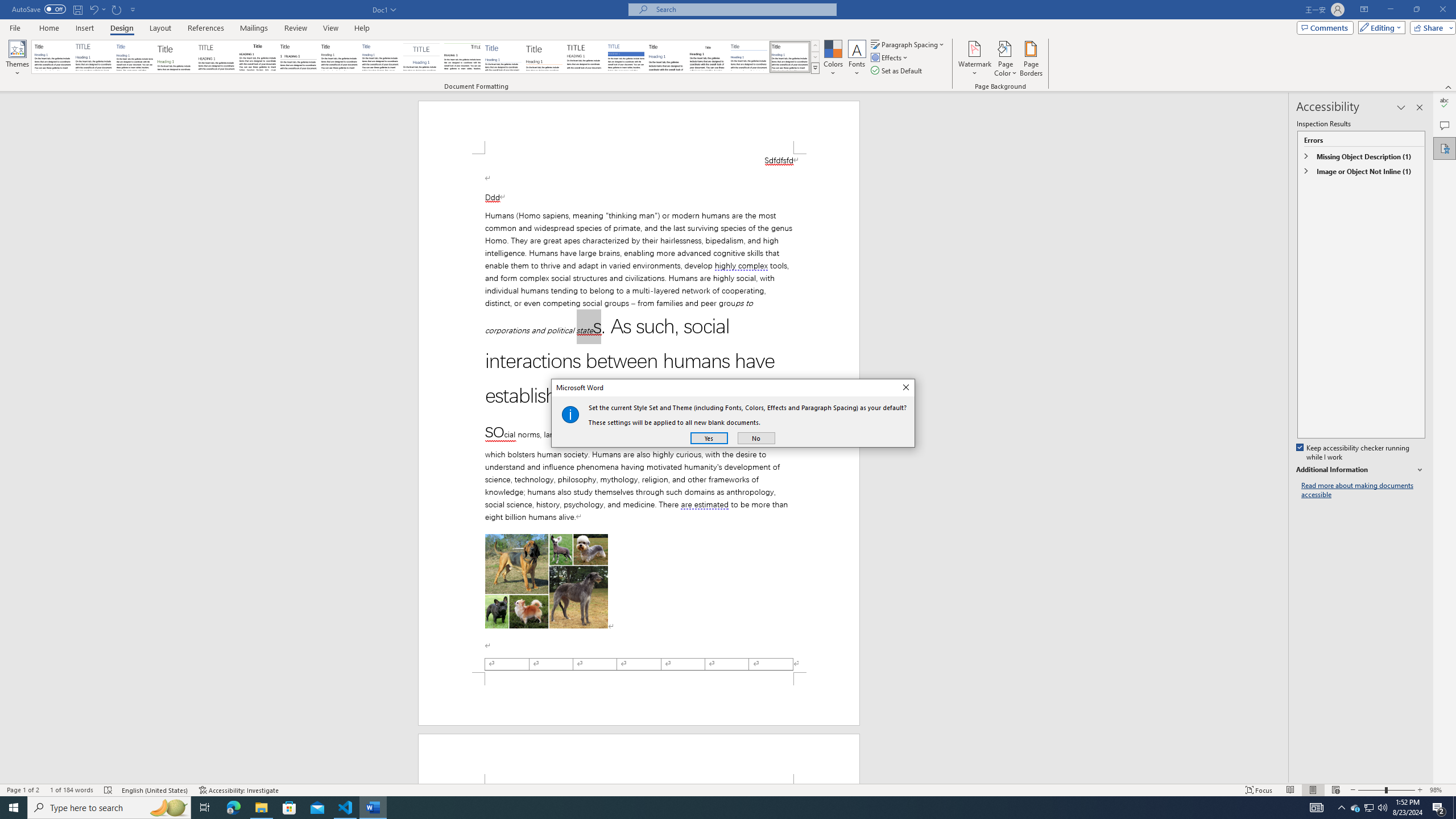  I want to click on 'User Promoted Notification Area', so click(1368, 806).